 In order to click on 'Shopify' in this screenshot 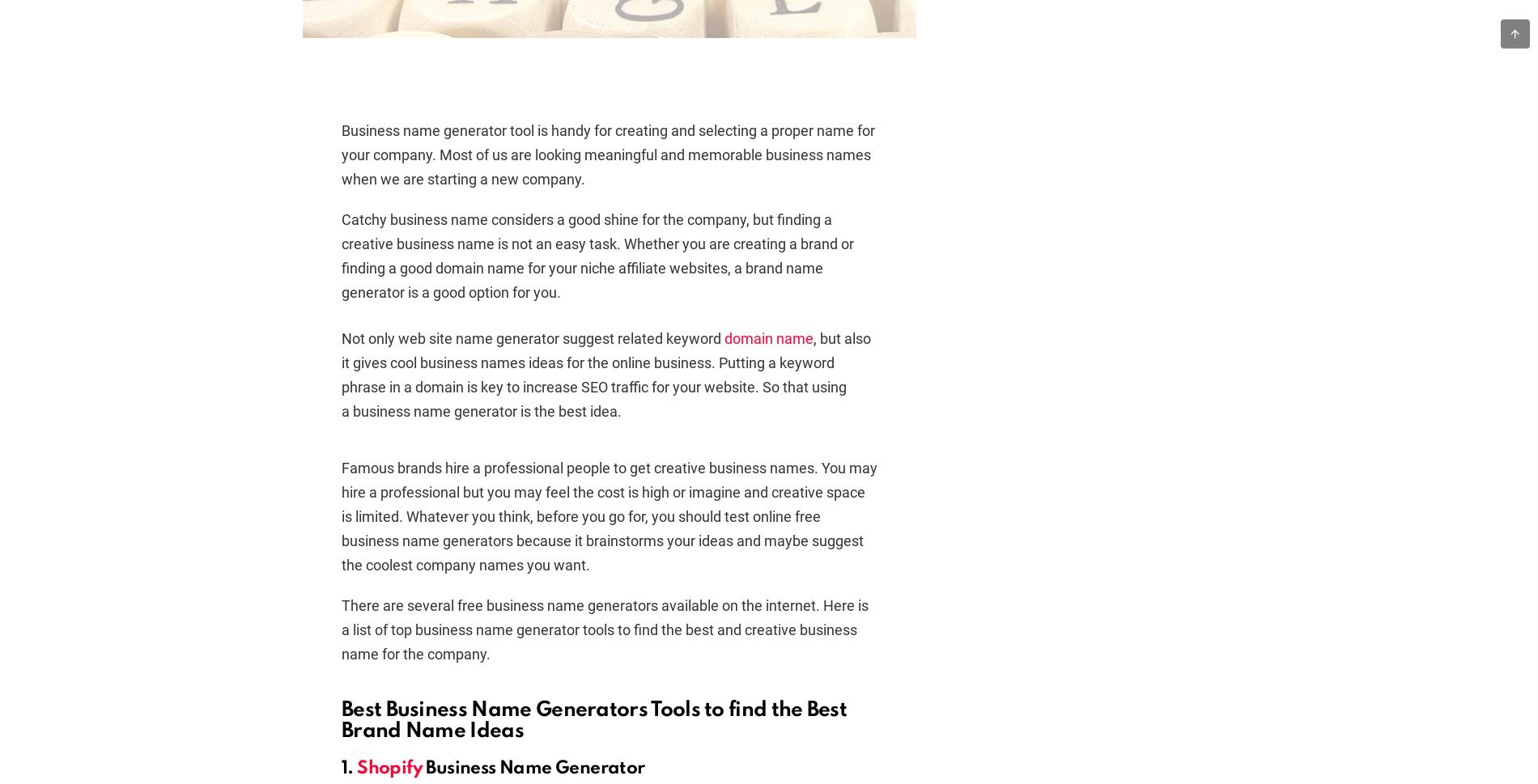, I will do `click(355, 767)`.